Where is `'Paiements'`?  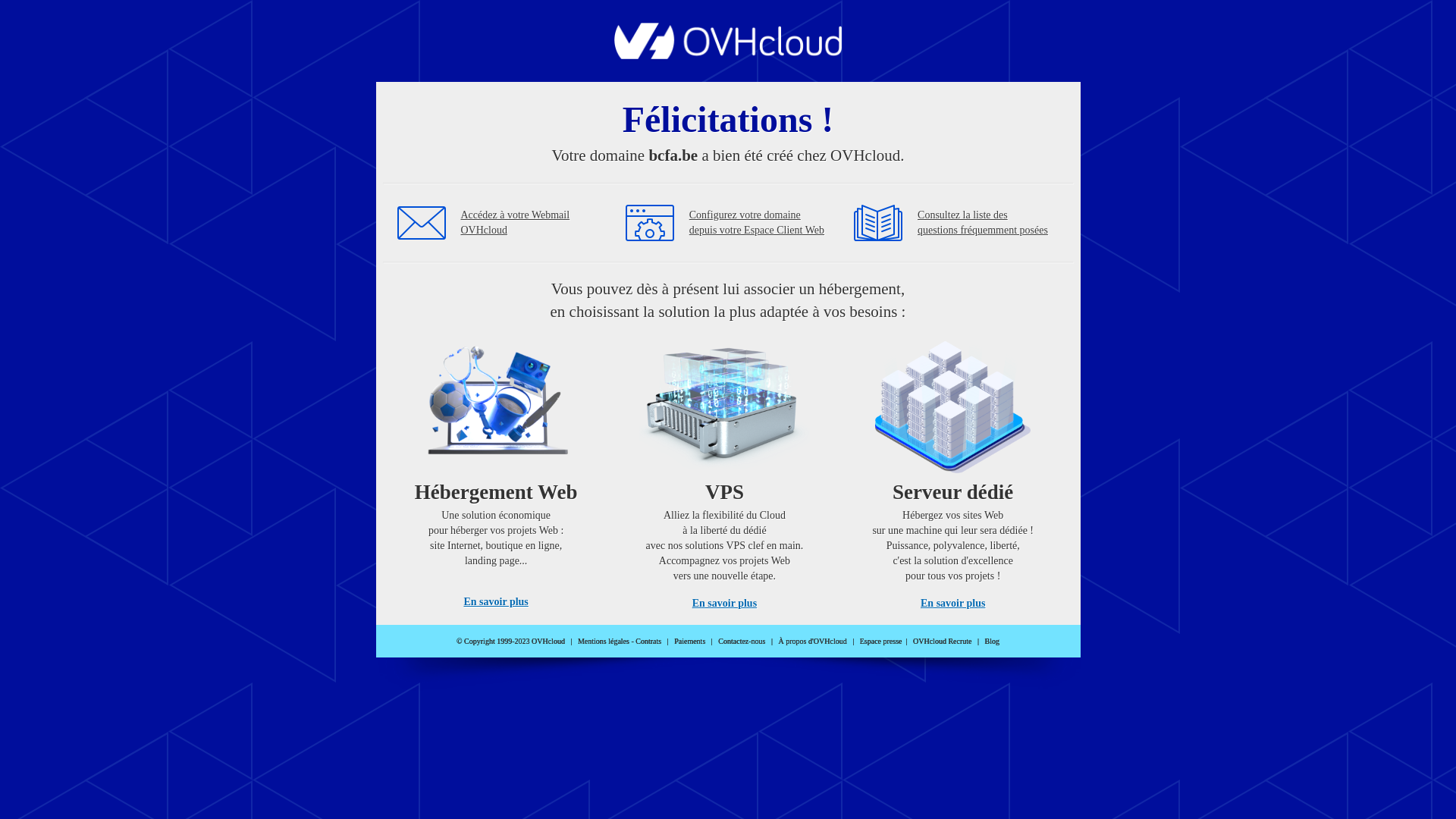 'Paiements' is located at coordinates (689, 641).